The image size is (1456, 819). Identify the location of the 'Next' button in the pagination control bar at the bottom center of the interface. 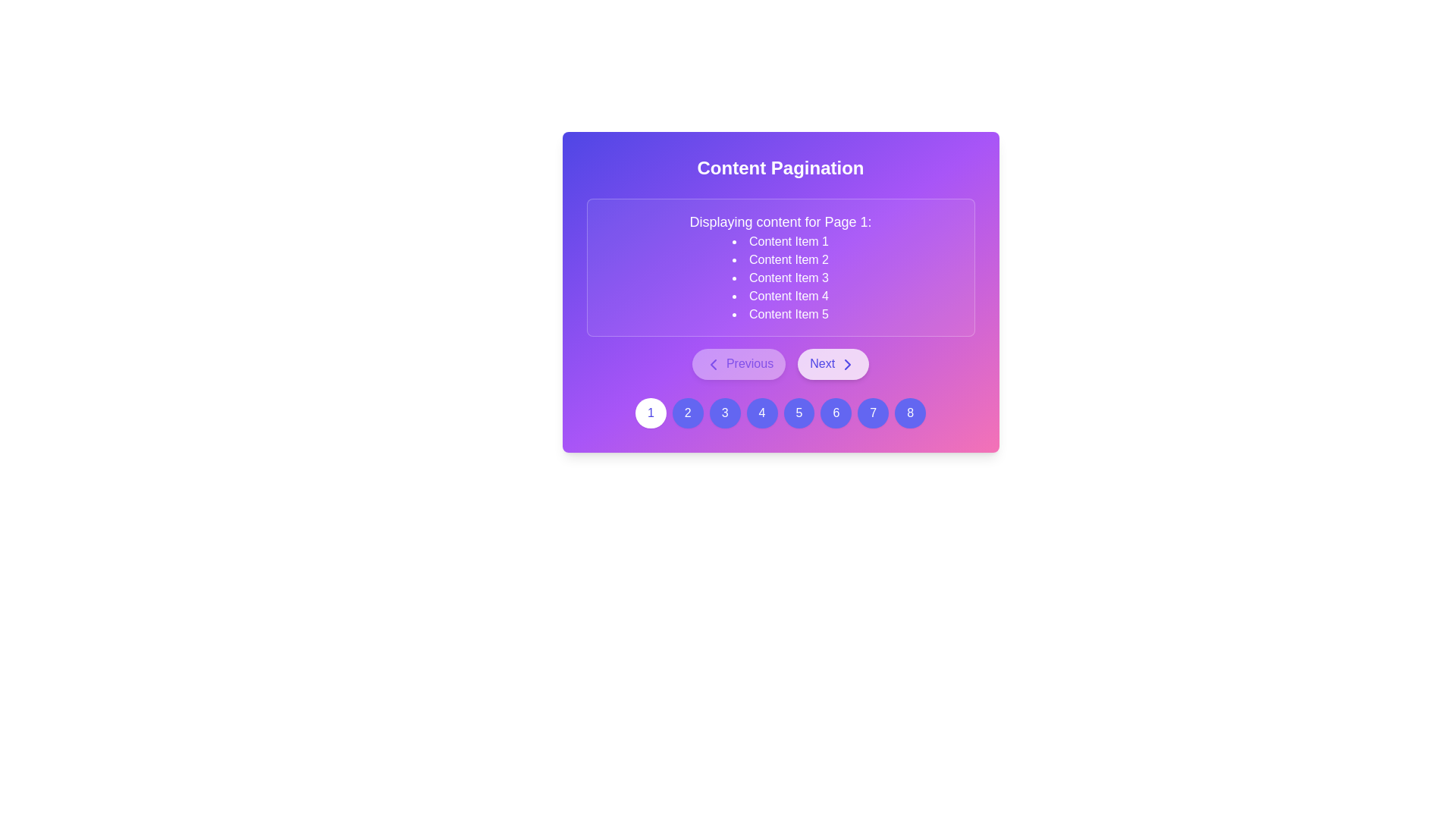
(832, 364).